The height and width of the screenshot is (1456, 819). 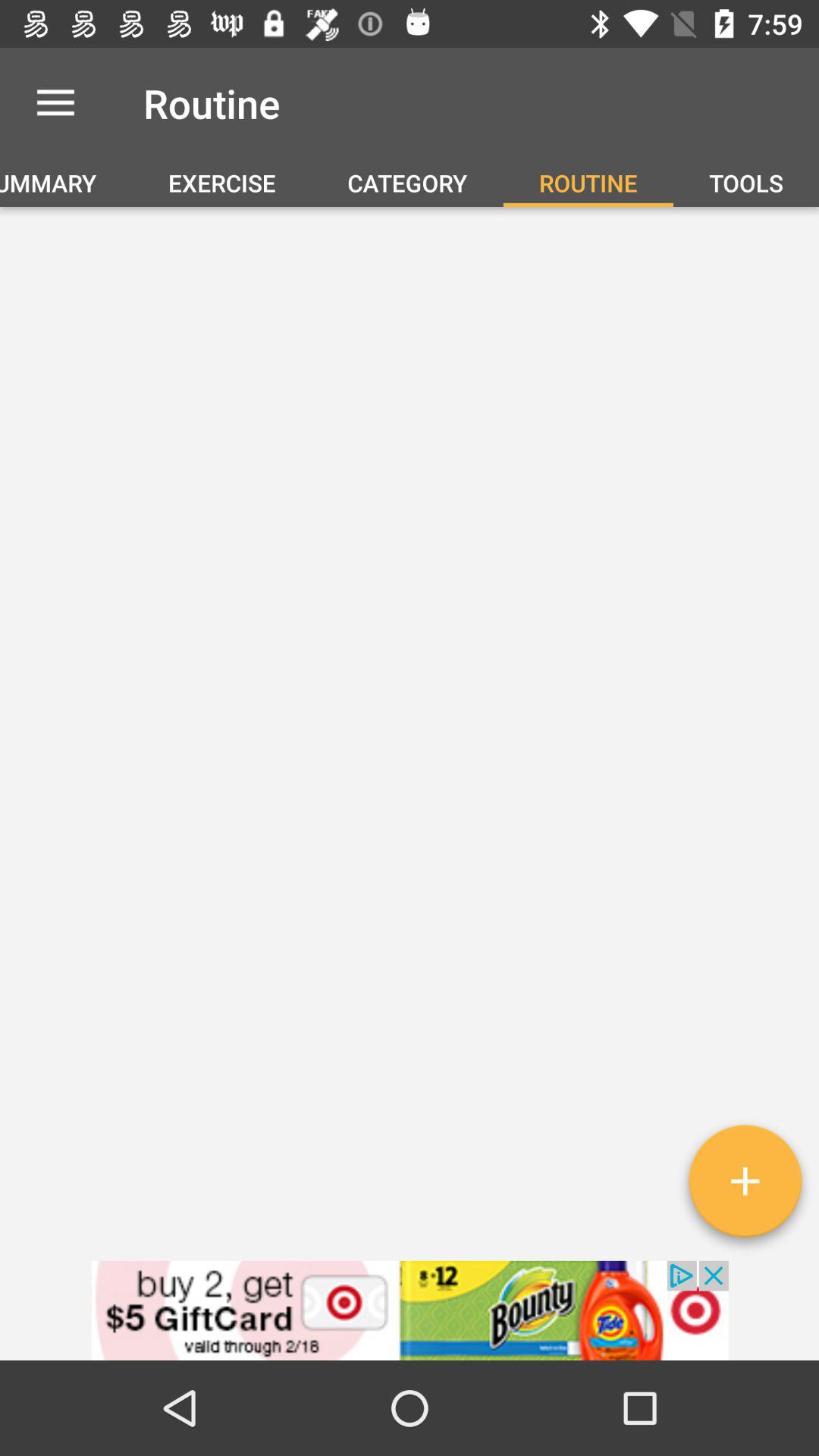 I want to click on a routine, so click(x=744, y=1186).